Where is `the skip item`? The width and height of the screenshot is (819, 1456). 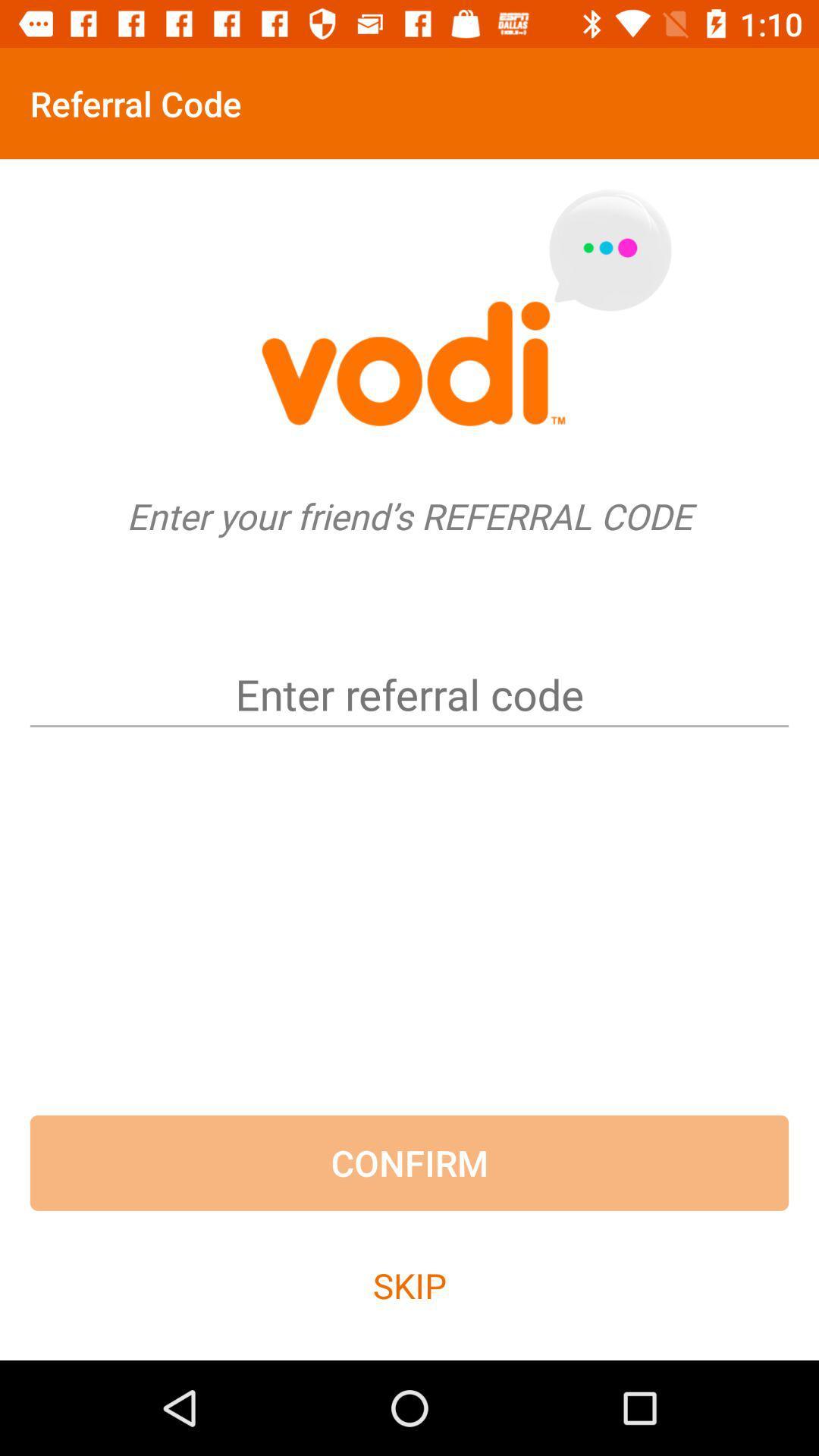
the skip item is located at coordinates (409, 1285).